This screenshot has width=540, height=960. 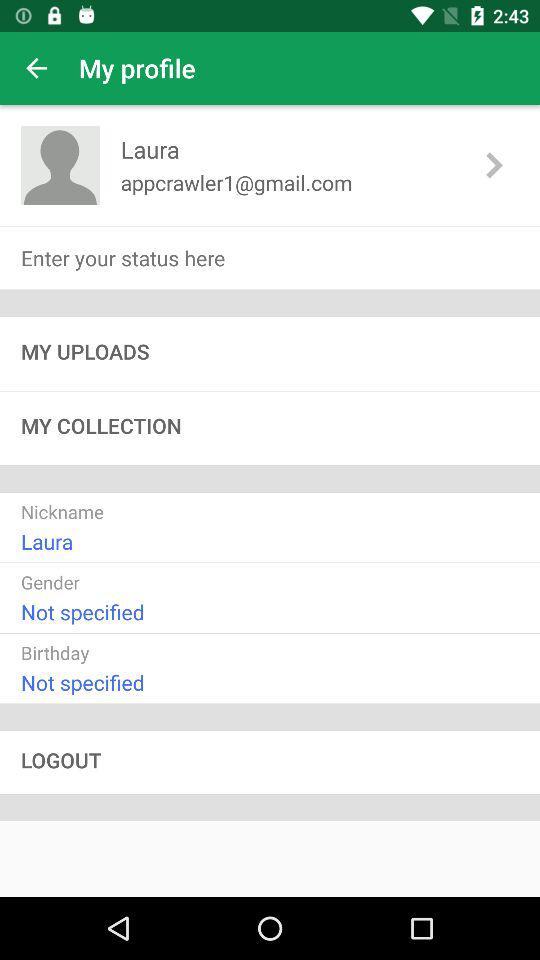 What do you see at coordinates (36, 68) in the screenshot?
I see `app next to my profile` at bounding box center [36, 68].